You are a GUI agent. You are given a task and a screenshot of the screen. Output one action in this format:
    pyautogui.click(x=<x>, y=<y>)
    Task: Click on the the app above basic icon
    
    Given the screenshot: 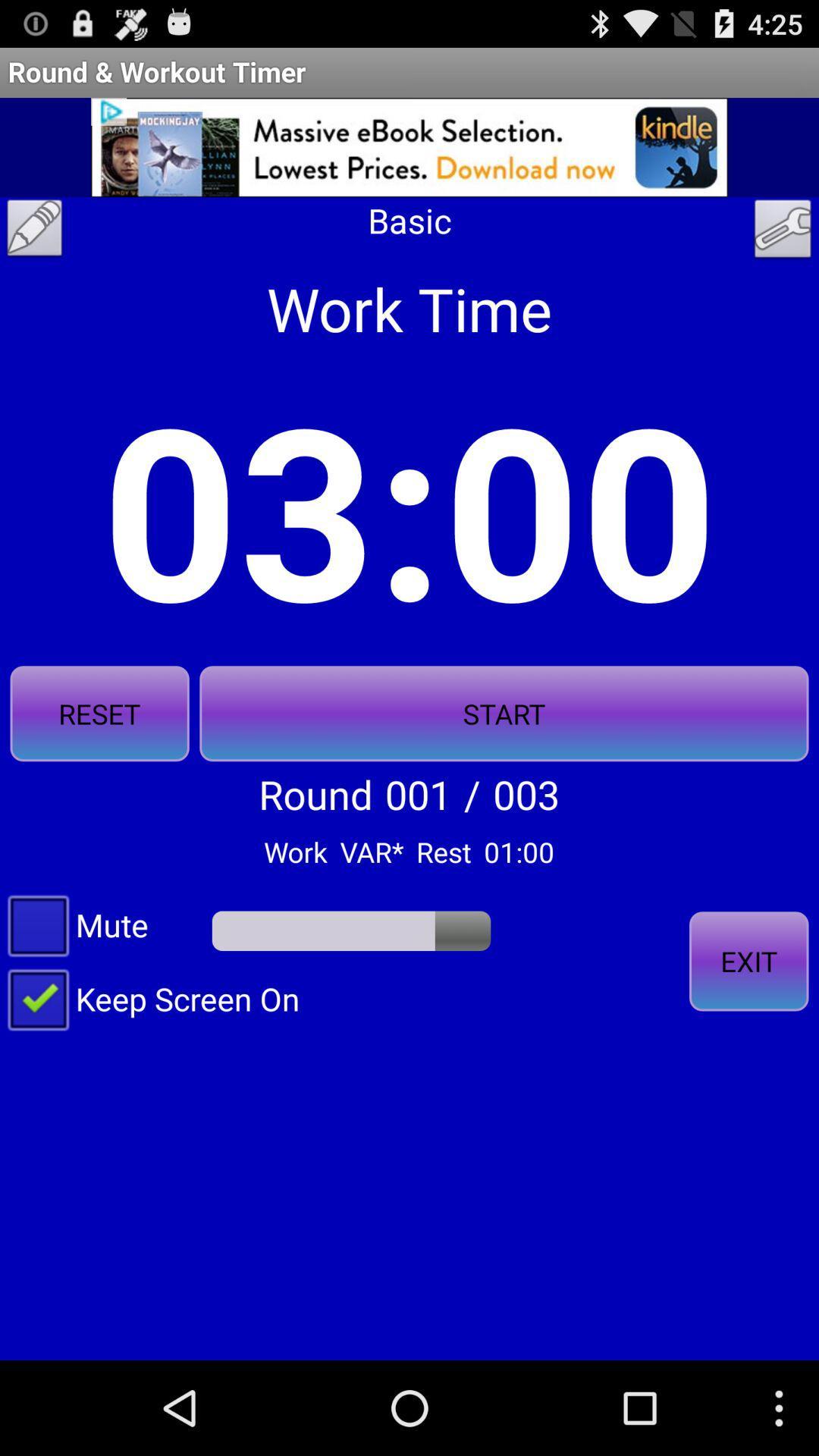 What is the action you would take?
    pyautogui.click(x=409, y=147)
    